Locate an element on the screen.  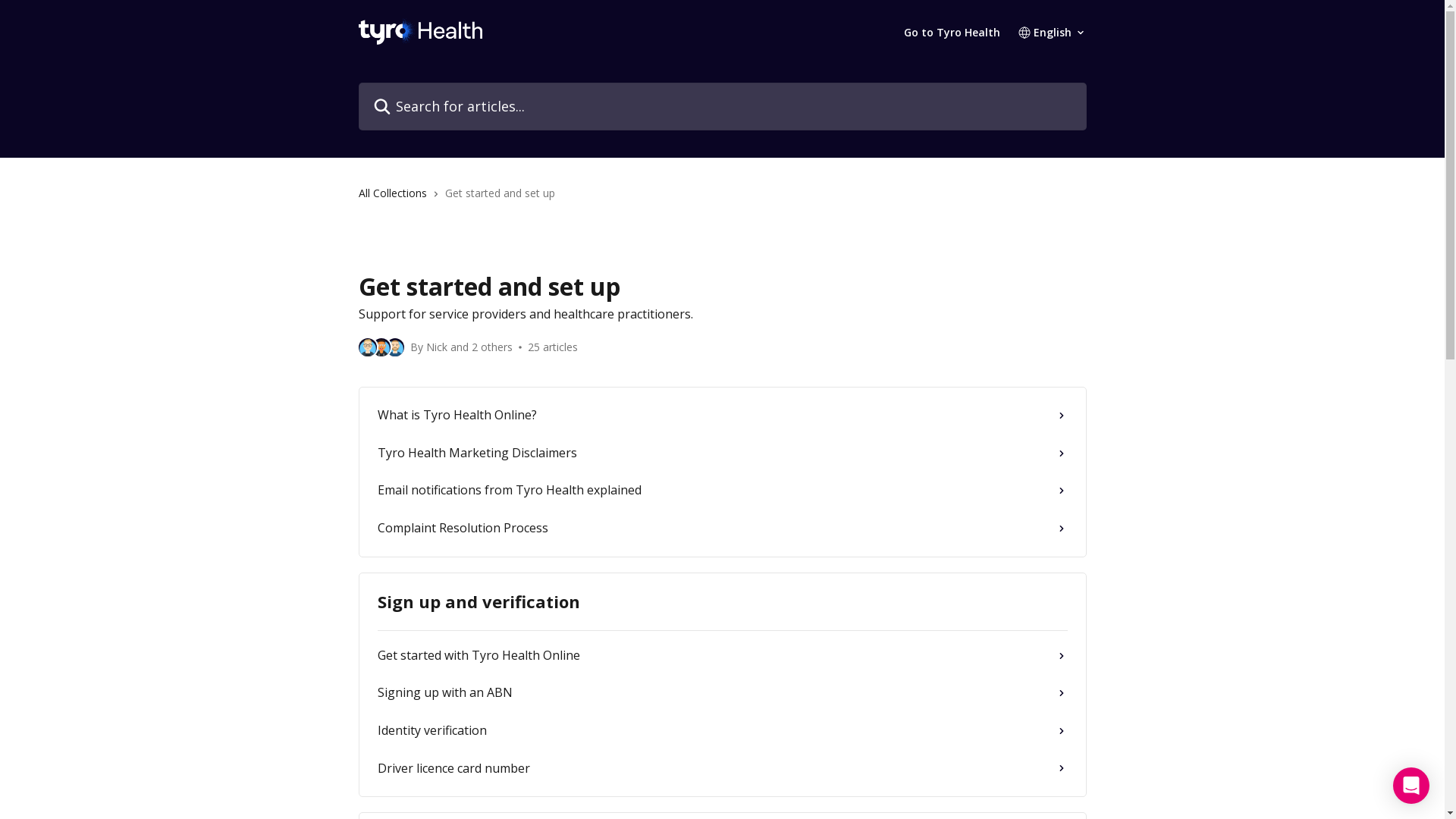
'Go to Tyro Health' is located at coordinates (951, 32).